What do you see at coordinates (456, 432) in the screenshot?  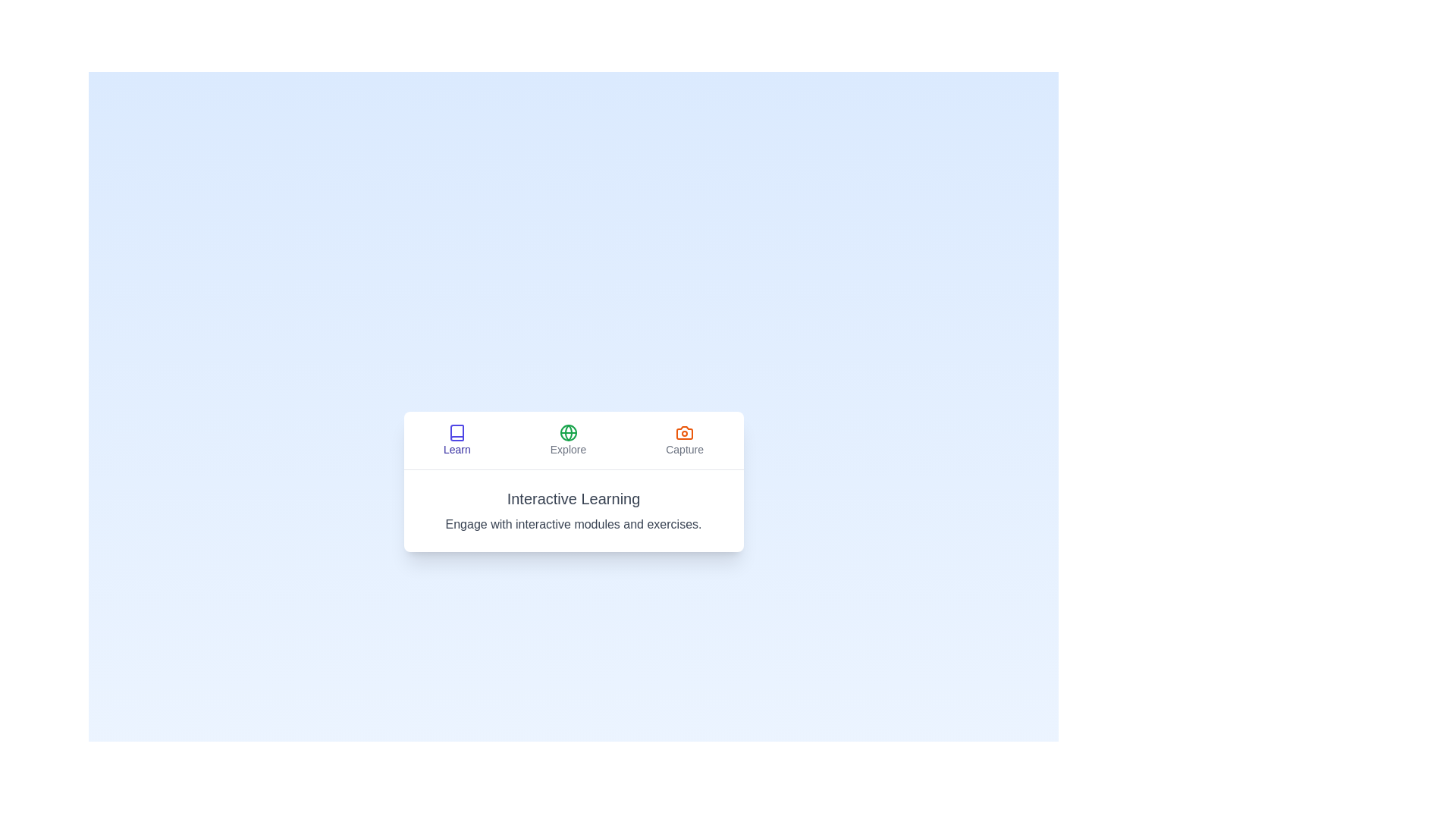 I see `the icon for the Learn tab` at bounding box center [456, 432].